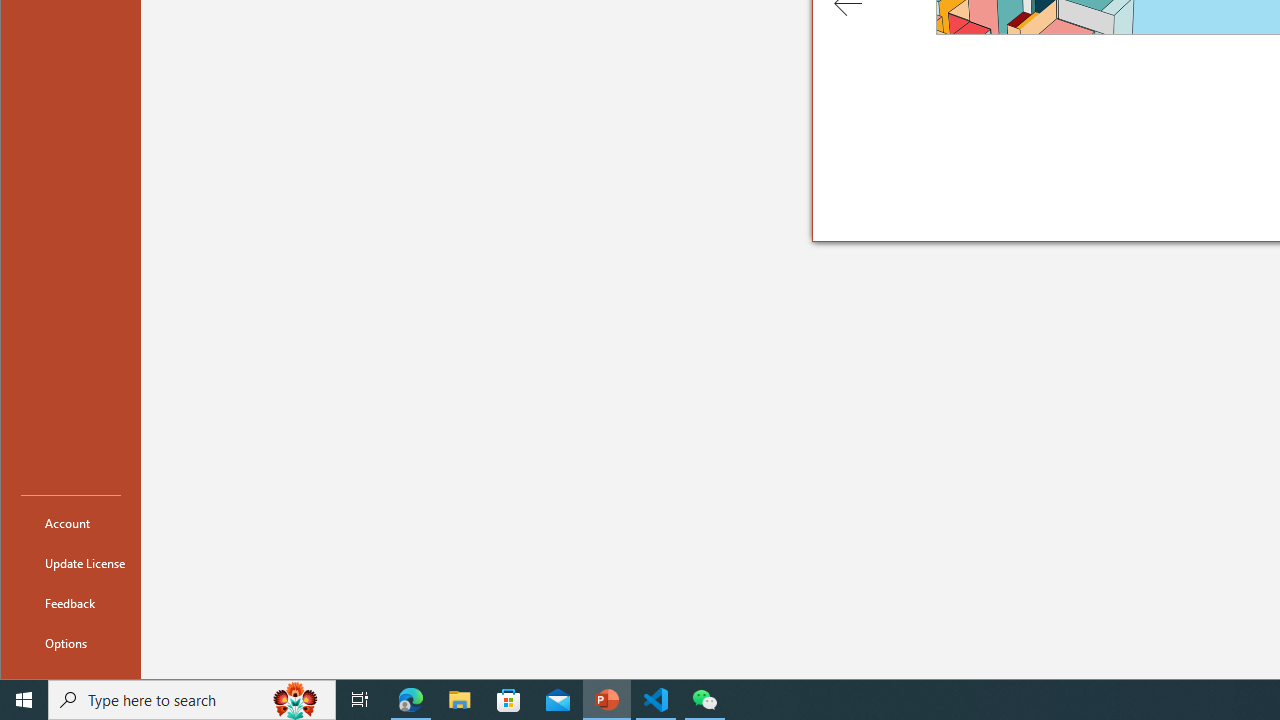 Image resolution: width=1280 pixels, height=720 pixels. Describe the element at coordinates (71, 602) in the screenshot. I see `'Feedback'` at that location.